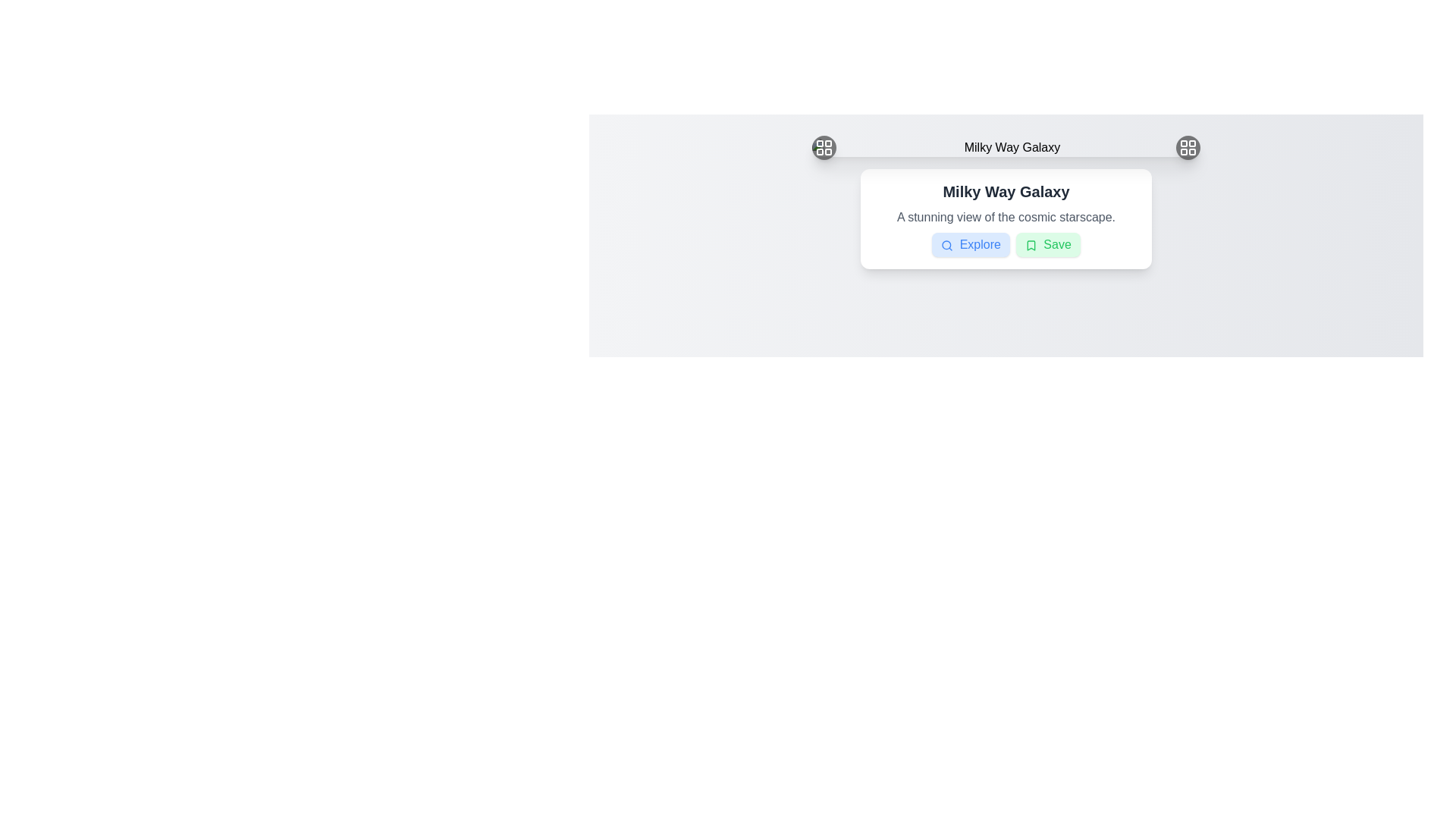  What do you see at coordinates (1006, 217) in the screenshot?
I see `the text snippet that reads 'A stunning view of the cosmic starscape.', which is styled in gray and positioned below the title 'Milky Way Galaxy'` at bounding box center [1006, 217].